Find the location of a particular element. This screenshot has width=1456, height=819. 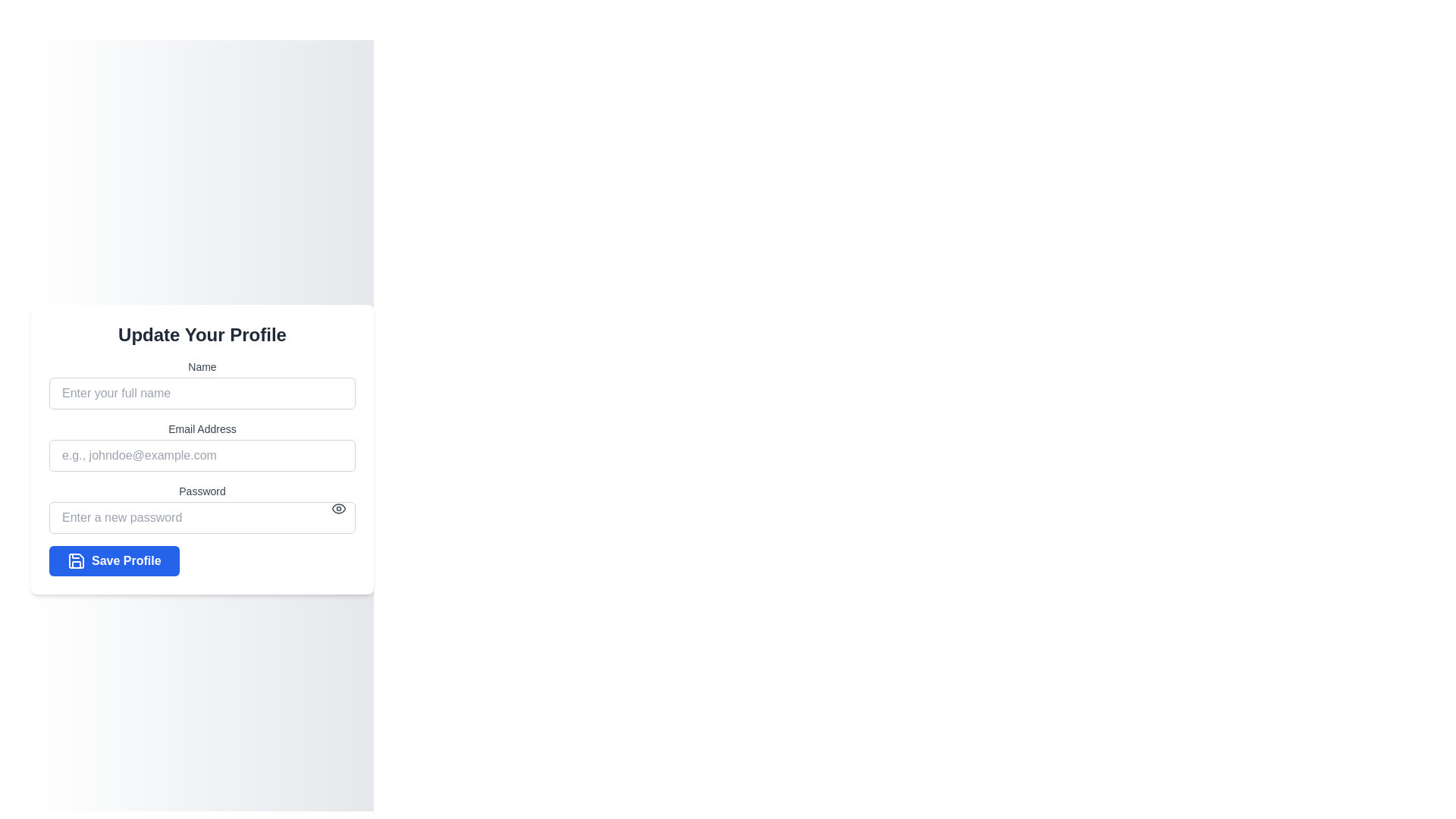

the form section containing the input fields 'Name', 'Email Address', 'Password', and the blue button labeled 'Save Profile' is located at coordinates (202, 467).